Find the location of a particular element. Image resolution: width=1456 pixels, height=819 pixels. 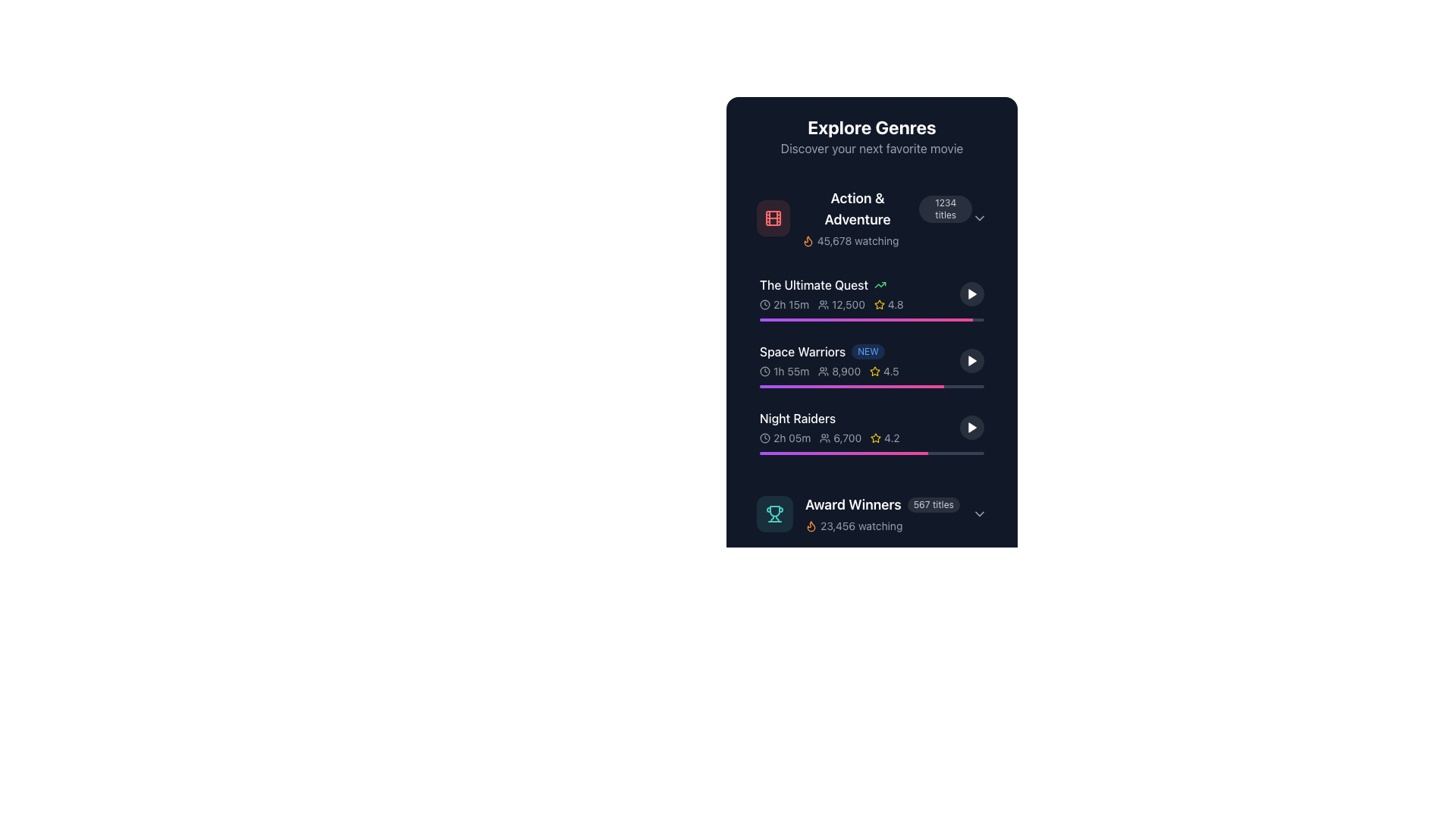

the Text Label displaying the number of watching viewers for 'The Ultimate Quest', located between the duration text and the star rating is located at coordinates (840, 304).